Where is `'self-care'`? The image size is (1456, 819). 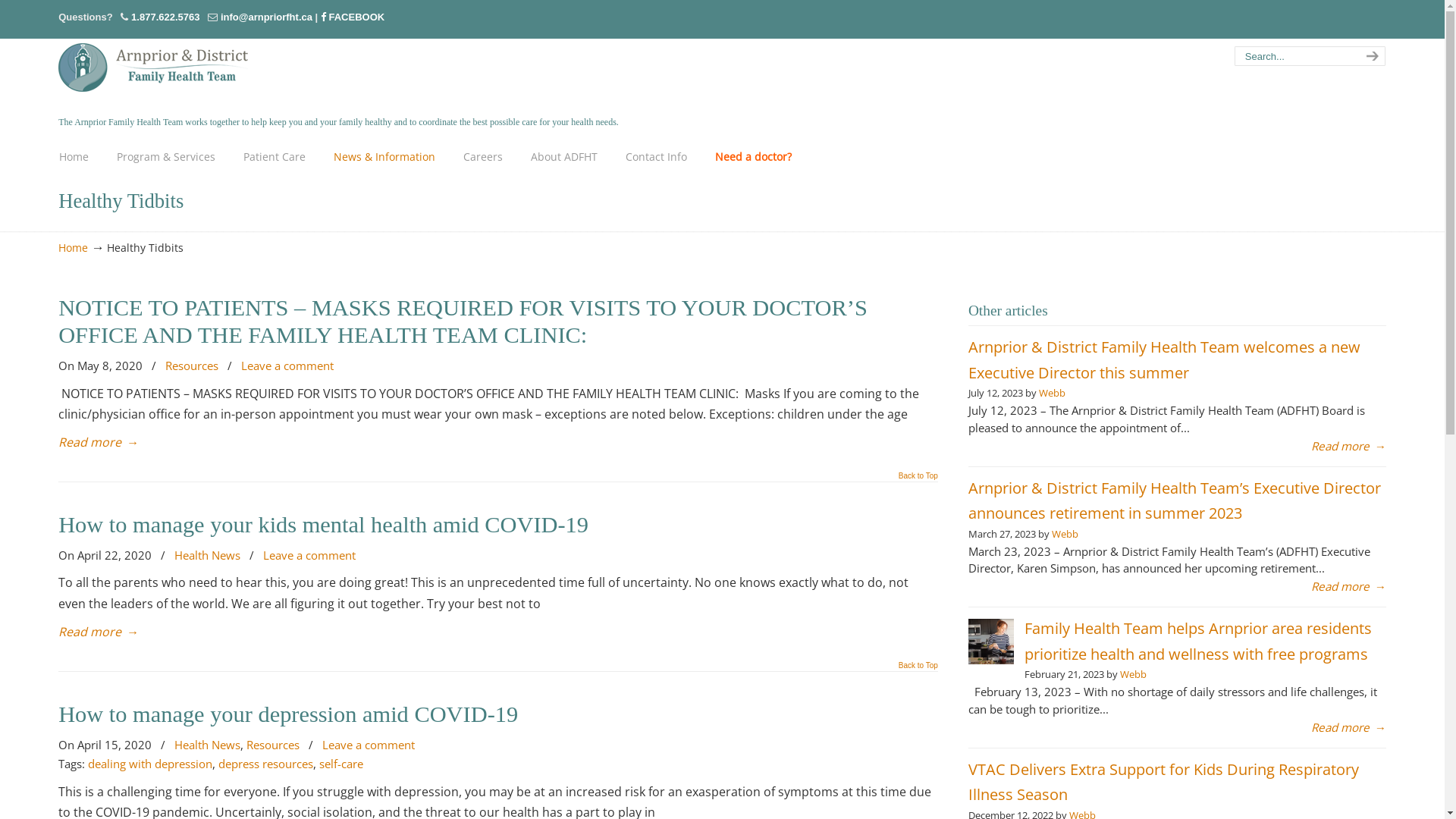
'self-care' is located at coordinates (318, 764).